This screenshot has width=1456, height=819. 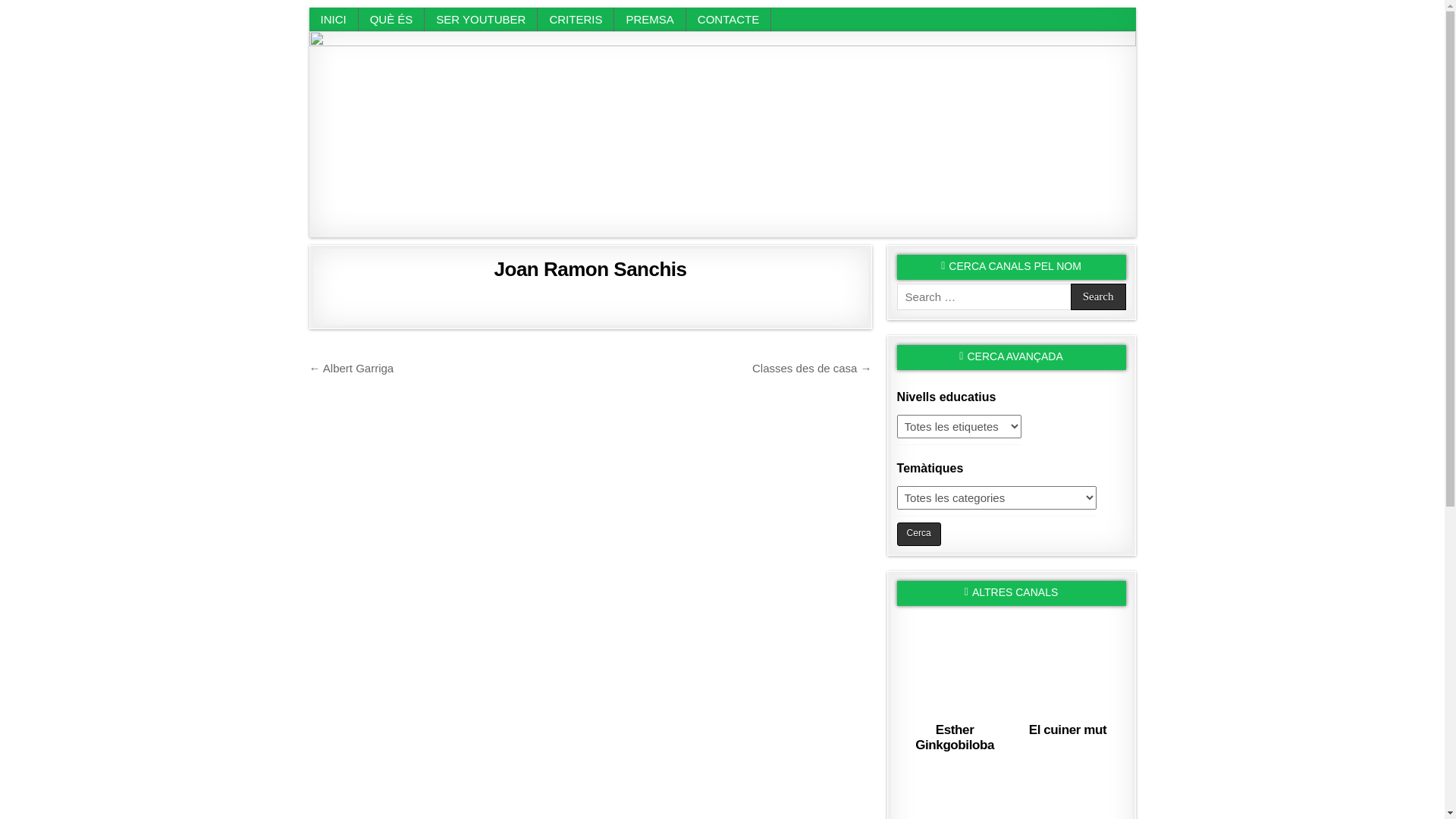 What do you see at coordinates (1098, 297) in the screenshot?
I see `'Search'` at bounding box center [1098, 297].